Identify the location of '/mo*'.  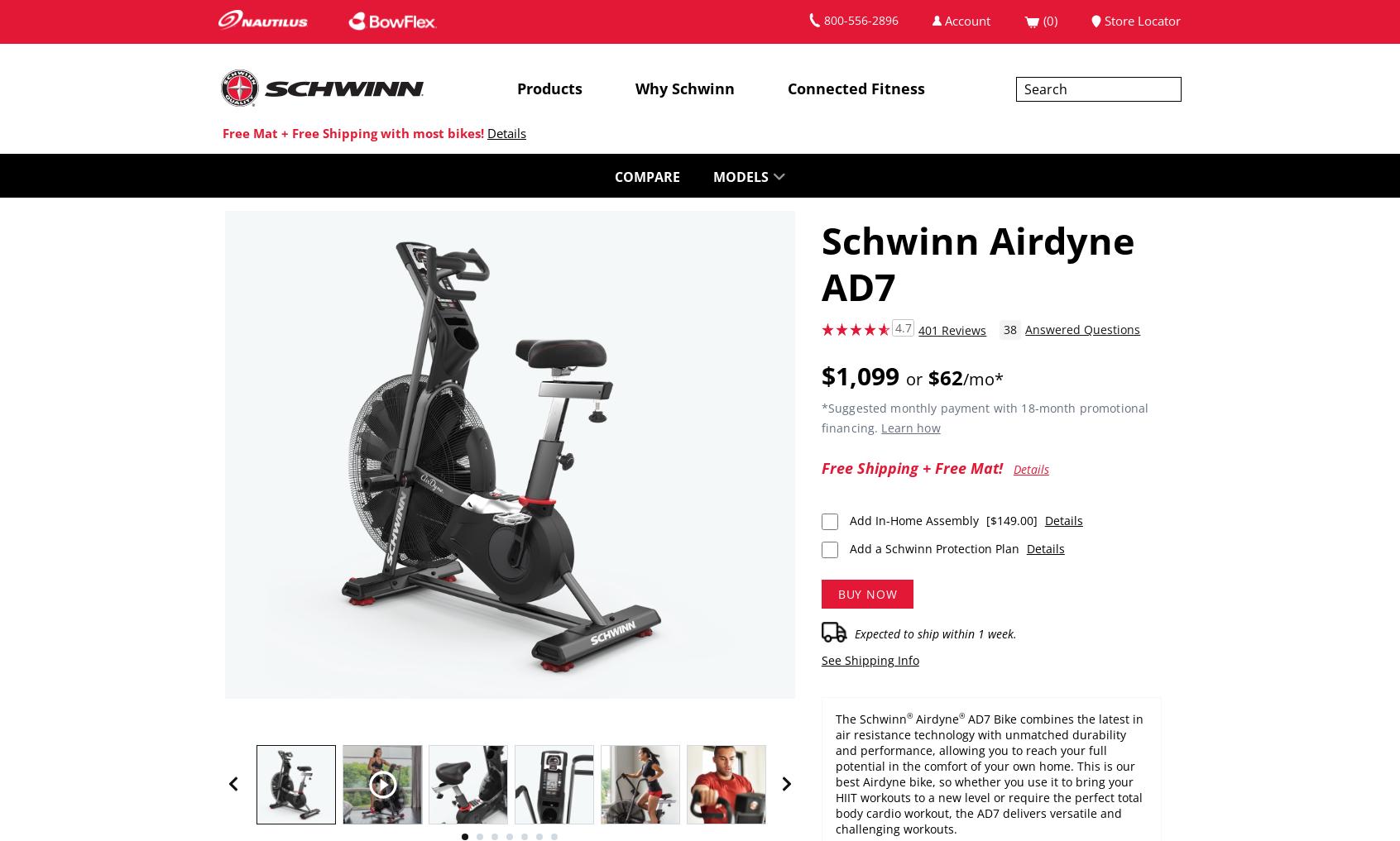
(982, 378).